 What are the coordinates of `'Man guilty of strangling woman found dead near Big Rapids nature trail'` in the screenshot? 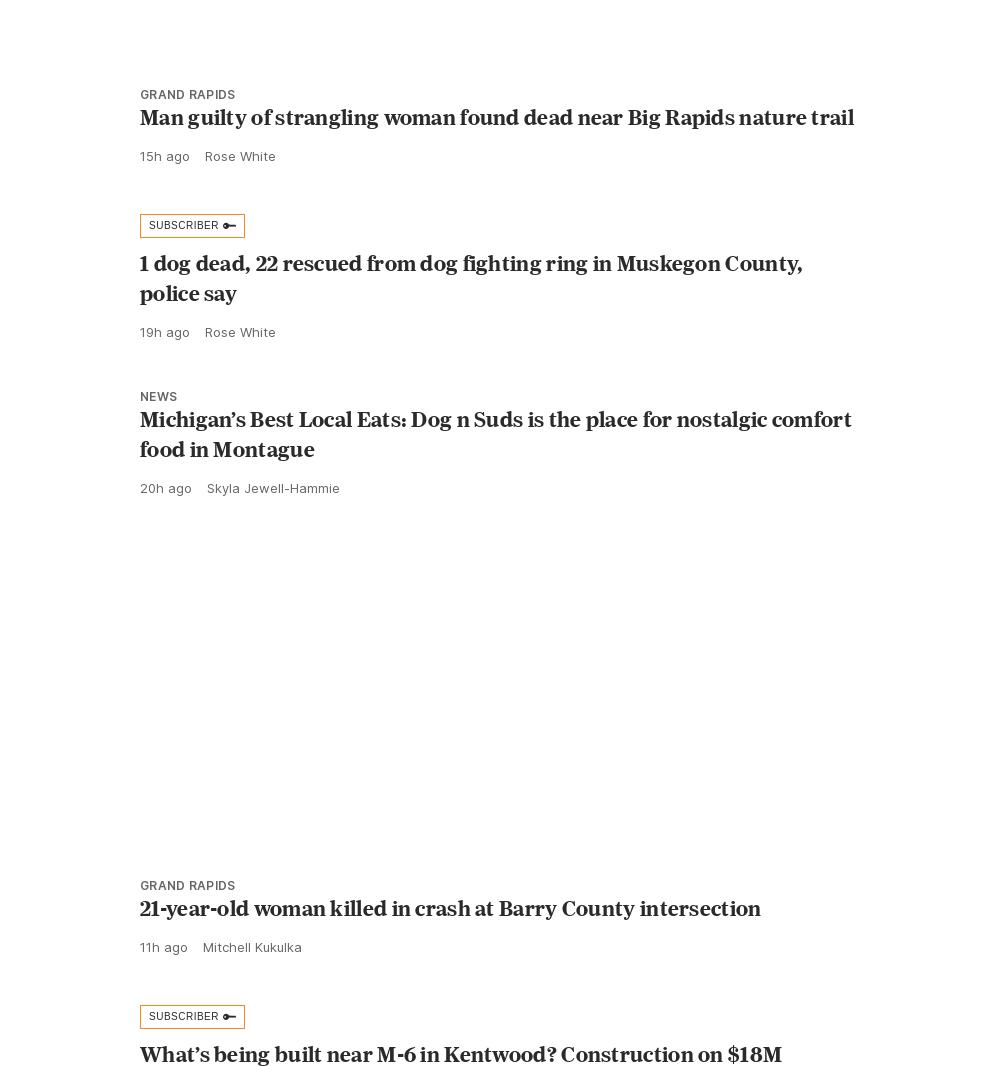 It's located at (496, 159).